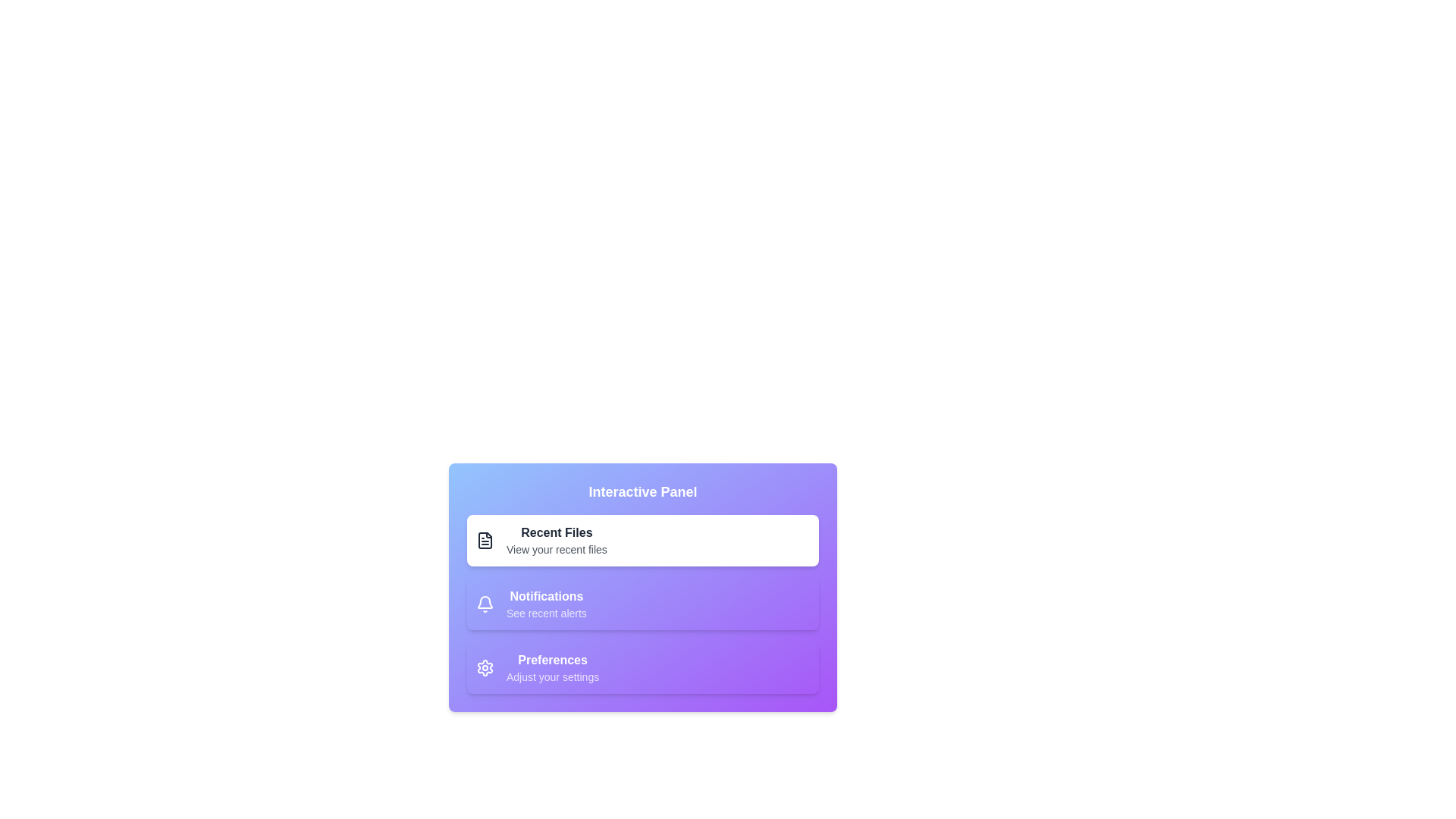  What do you see at coordinates (643, 667) in the screenshot?
I see `the section Preferences by clicking on its area` at bounding box center [643, 667].